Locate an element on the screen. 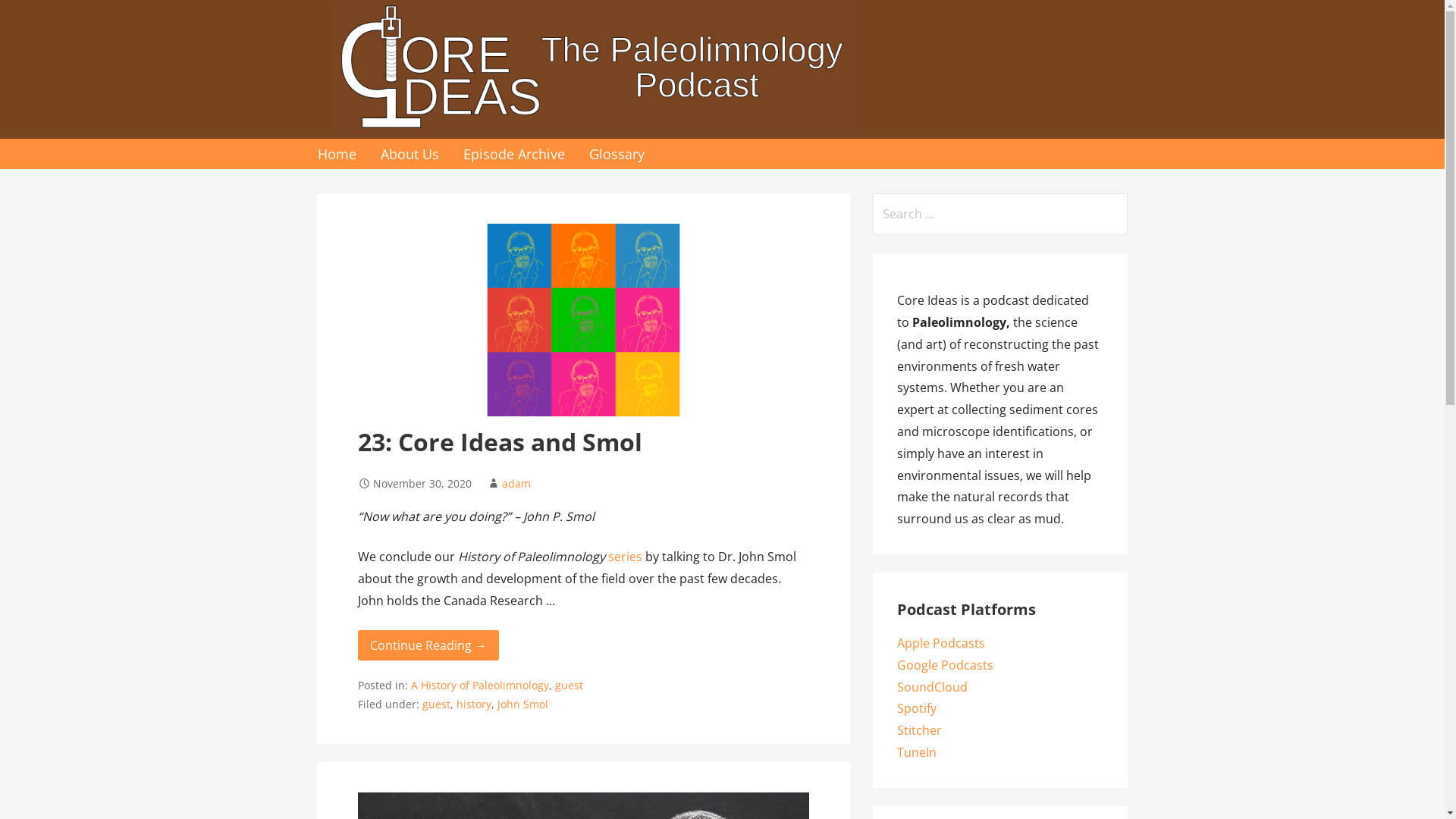 The height and width of the screenshot is (819, 1456). 'John Smol' is located at coordinates (497, 704).